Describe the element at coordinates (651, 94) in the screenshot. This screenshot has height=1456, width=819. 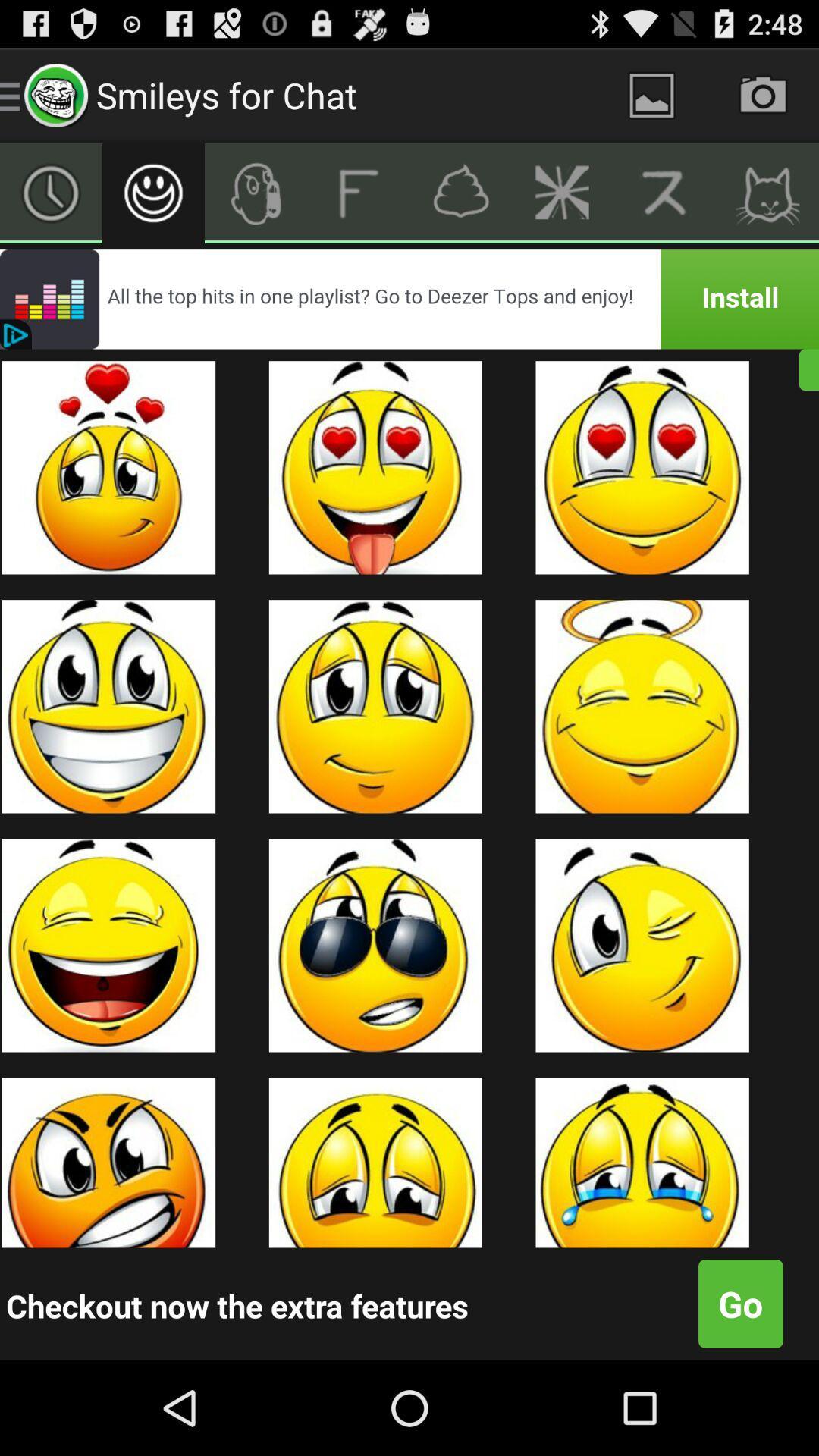
I see `ateno para janela` at that location.